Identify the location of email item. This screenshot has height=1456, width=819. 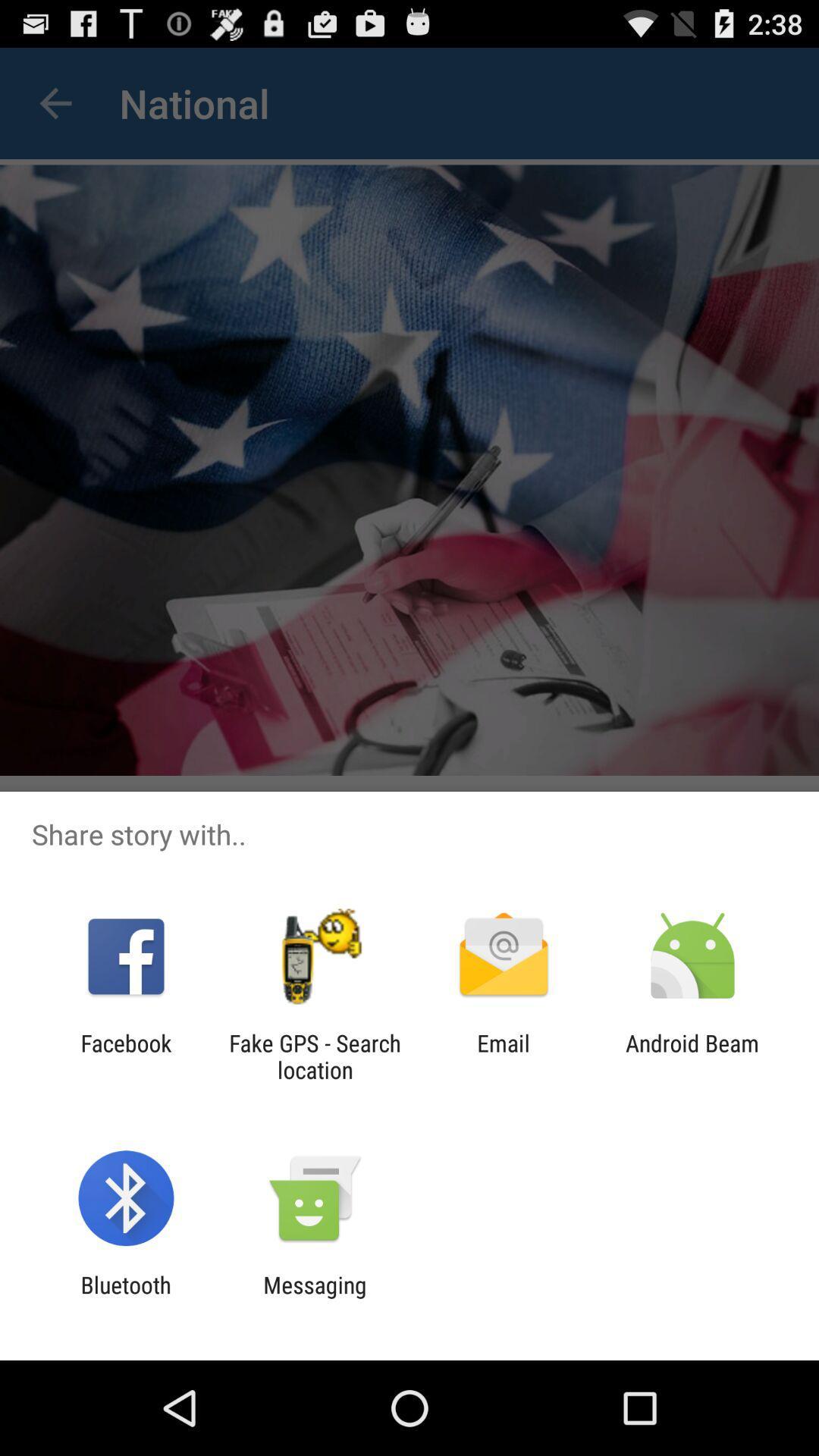
(504, 1056).